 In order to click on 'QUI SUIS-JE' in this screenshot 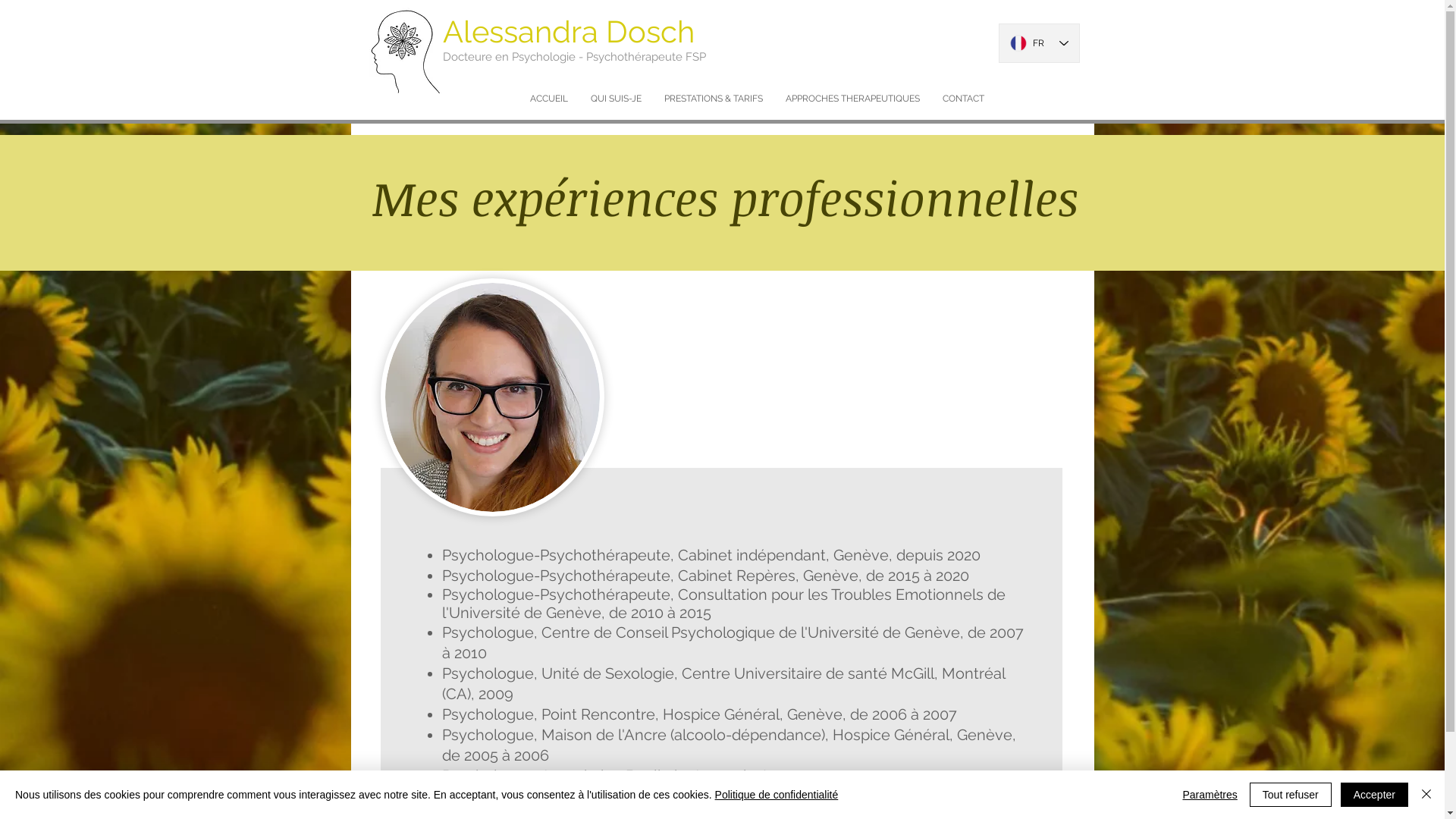, I will do `click(616, 99)`.